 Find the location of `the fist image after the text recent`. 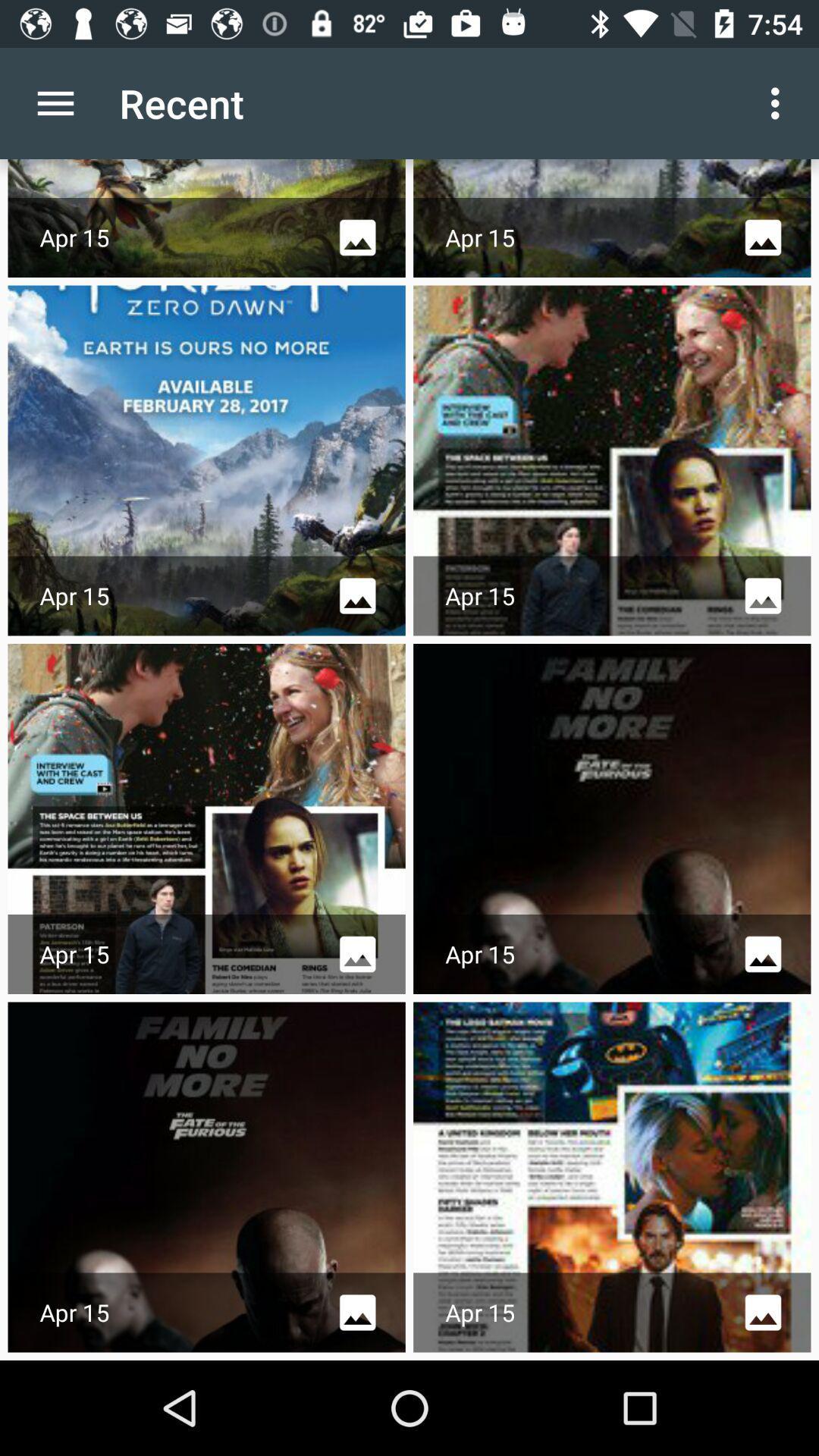

the fist image after the text recent is located at coordinates (207, 218).